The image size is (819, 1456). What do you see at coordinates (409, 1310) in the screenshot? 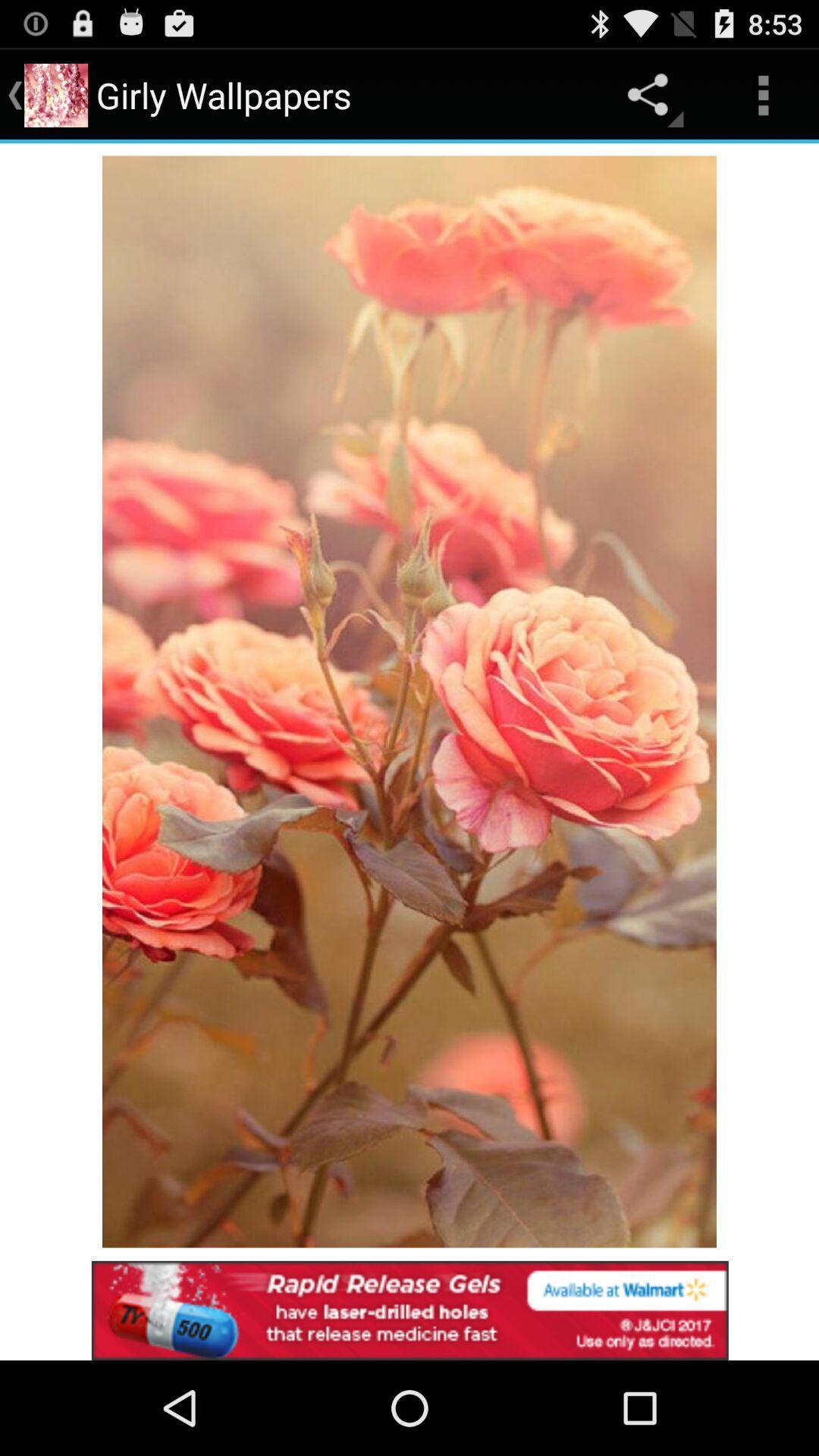
I see `redirects you to offer page` at bounding box center [409, 1310].